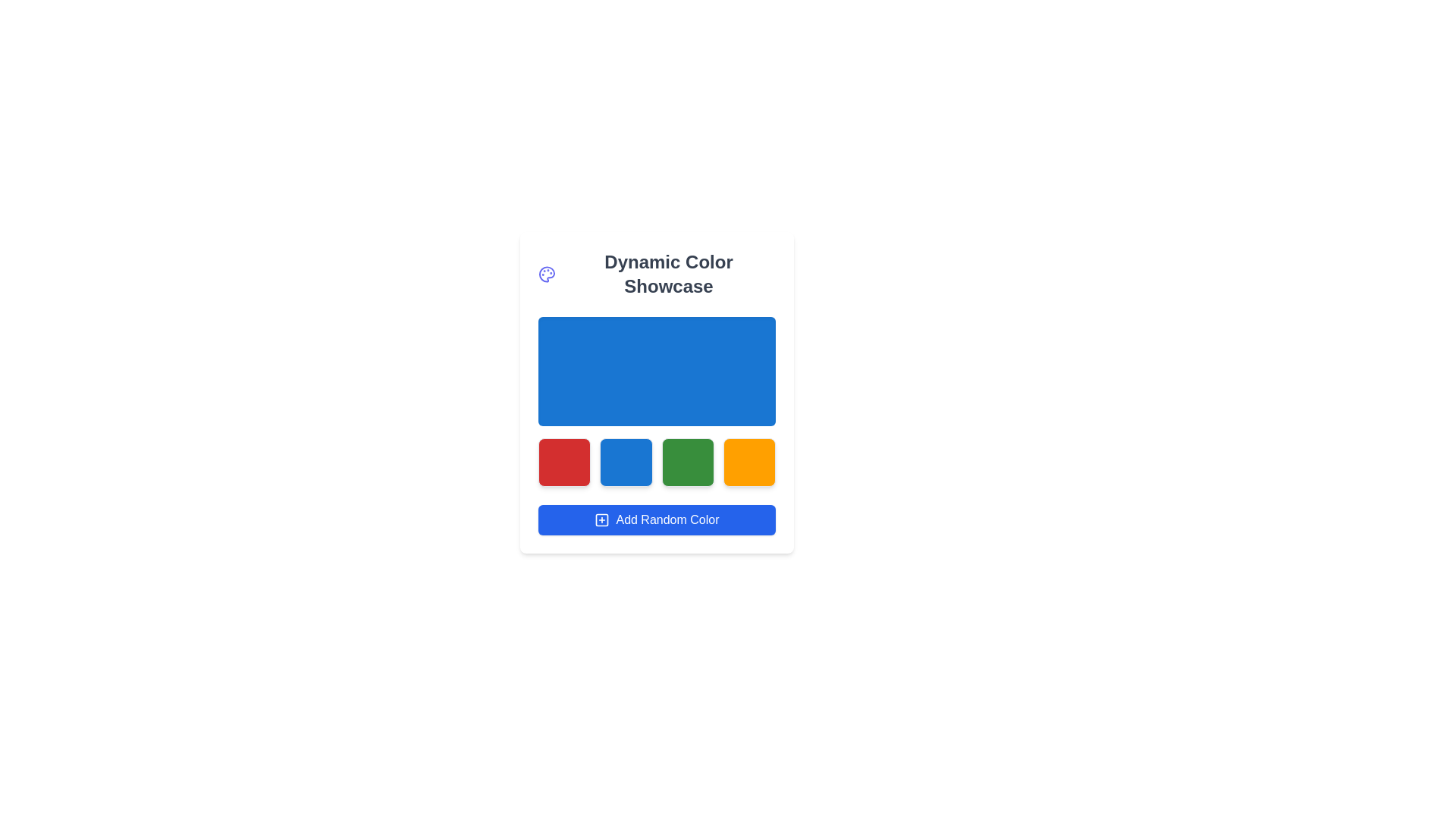 The image size is (1456, 819). What do you see at coordinates (657, 519) in the screenshot?
I see `the 'Add Random Color' button located at the bottom of the 'Dynamic Color Showcase' card` at bounding box center [657, 519].